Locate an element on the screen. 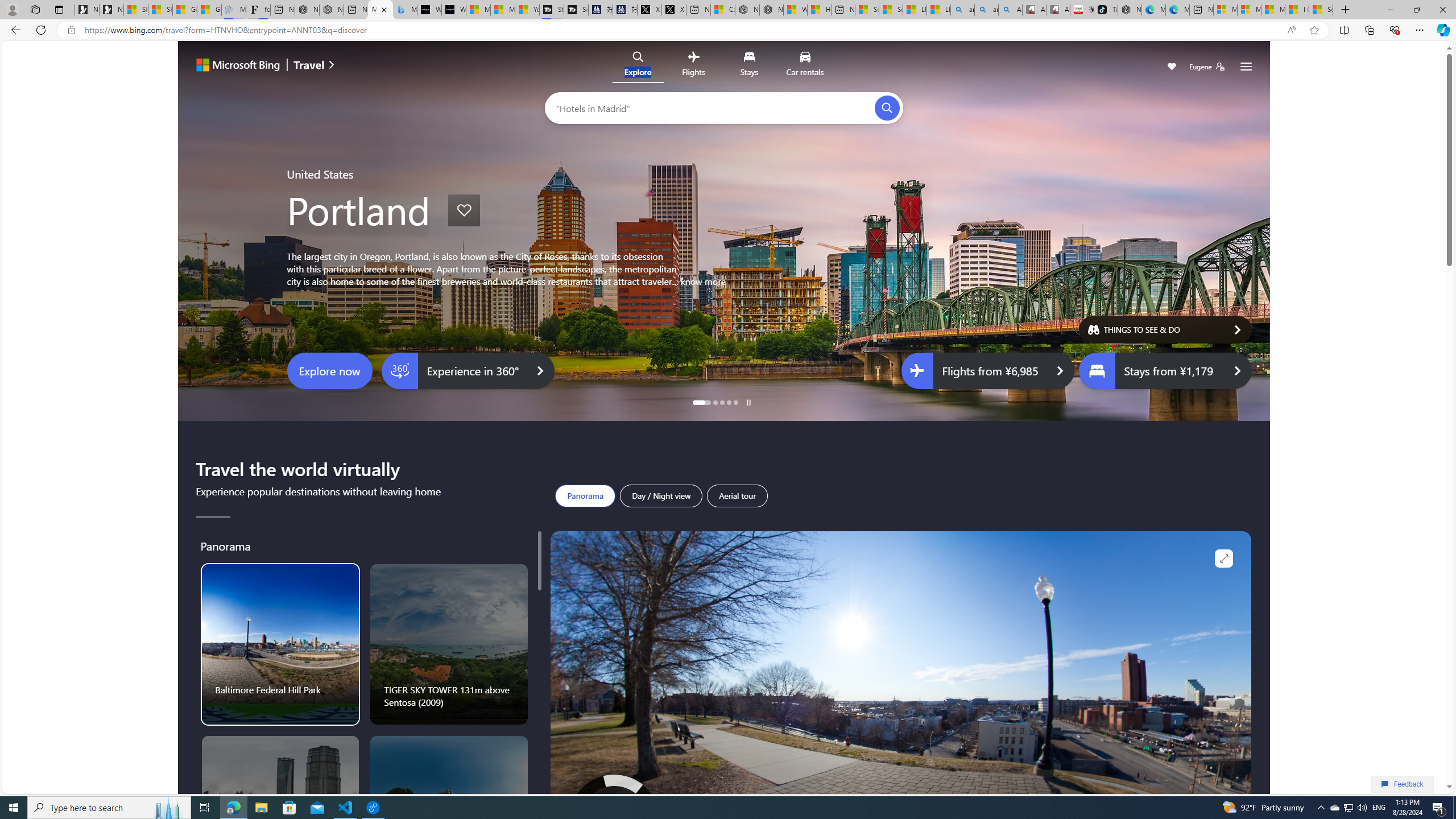 The height and width of the screenshot is (819, 1456). 'Browser essentials' is located at coordinates (1394, 29).